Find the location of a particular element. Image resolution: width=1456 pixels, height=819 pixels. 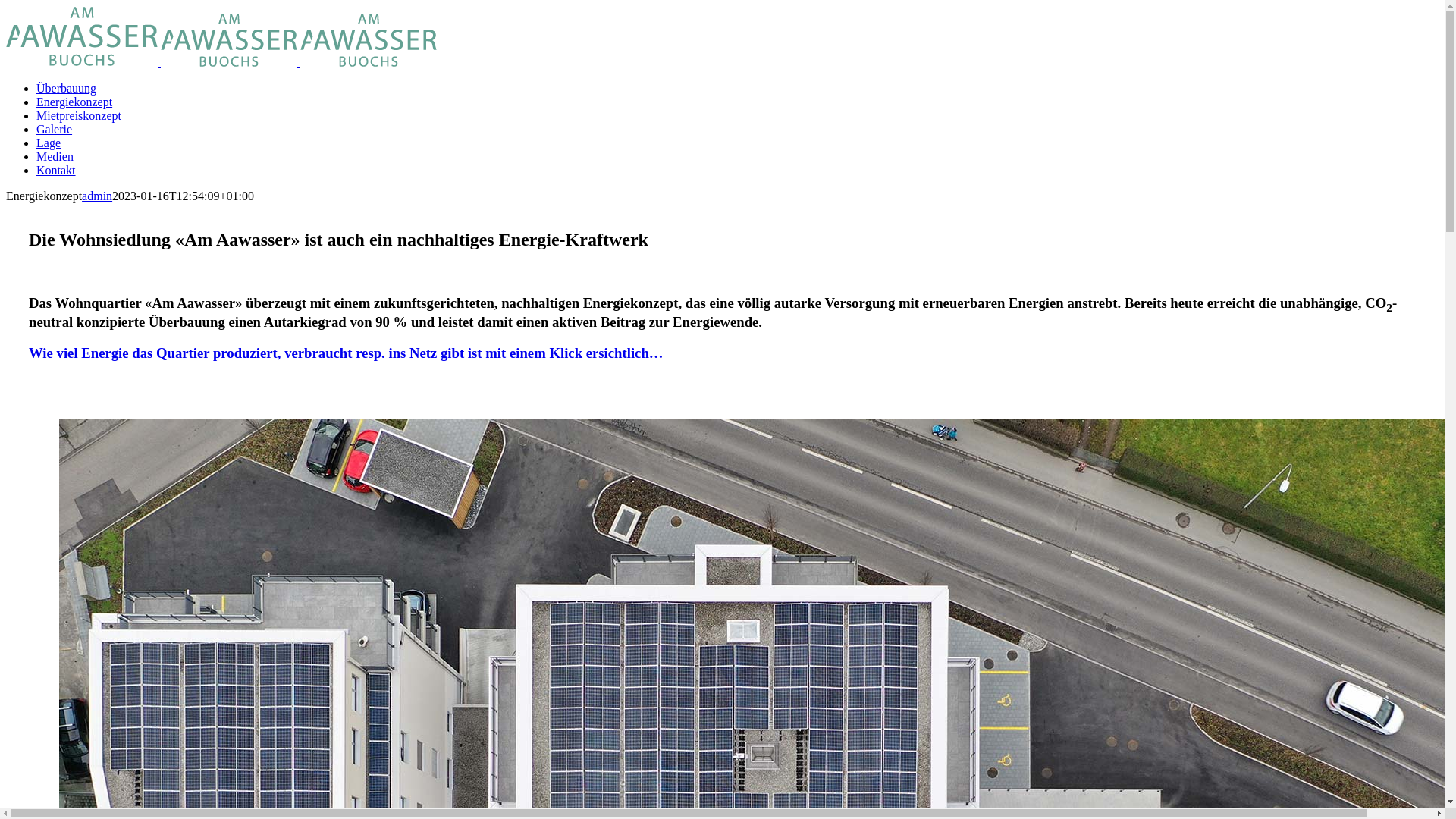

'Kontakt' is located at coordinates (55, 170).